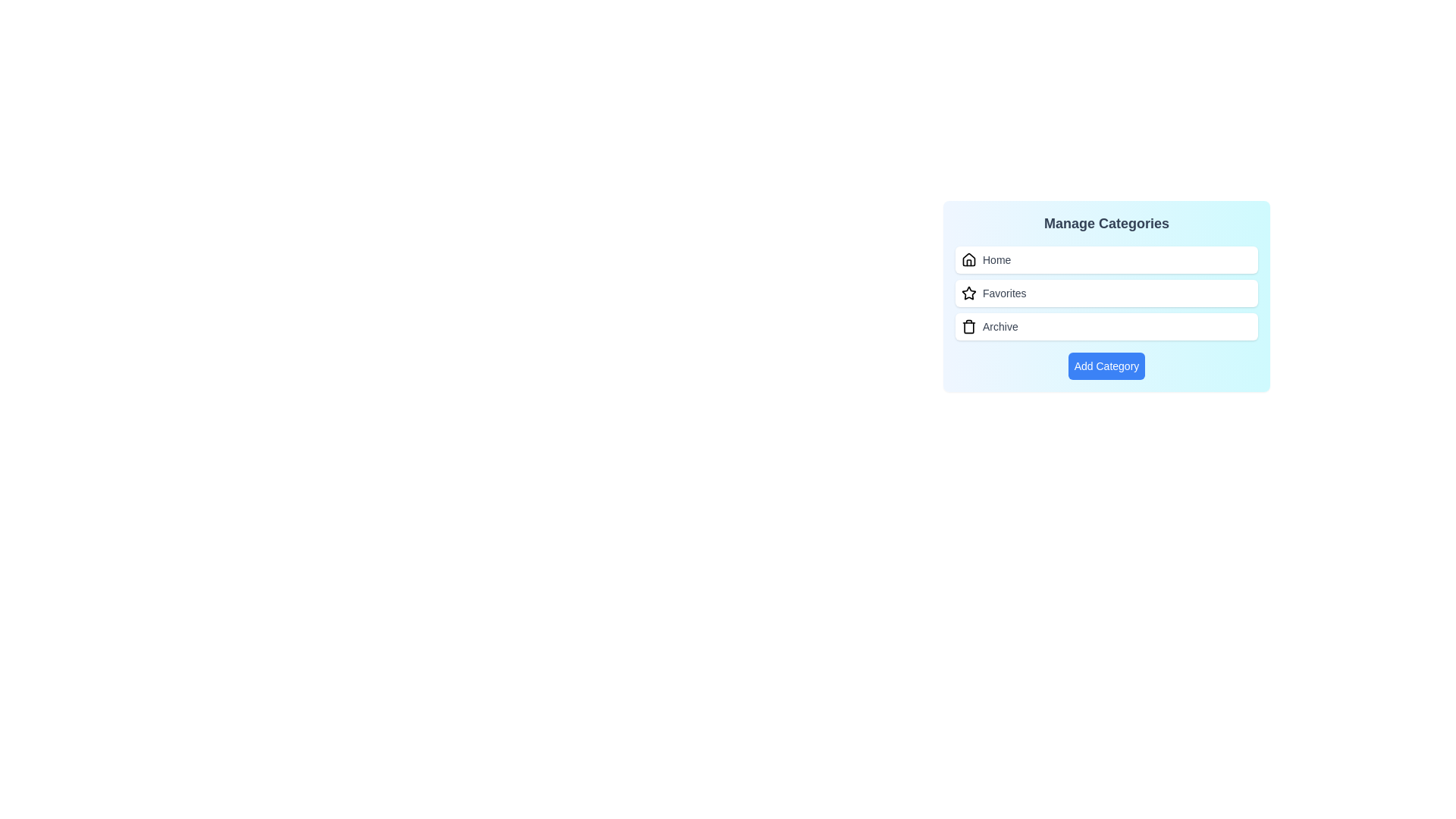 This screenshot has width=1456, height=819. What do you see at coordinates (1106, 293) in the screenshot?
I see `the category labeled Favorites to interact with it` at bounding box center [1106, 293].